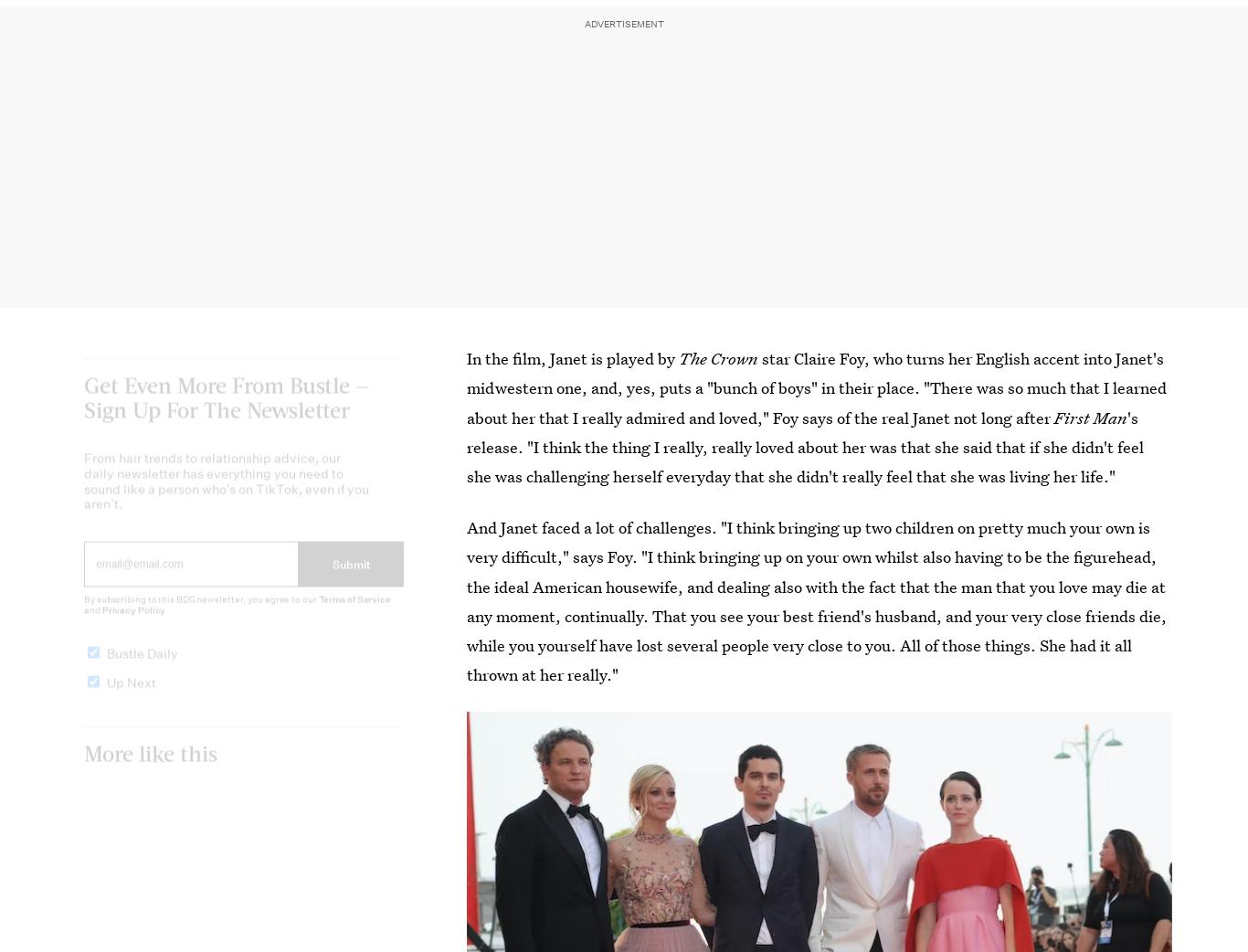  I want to click on 'star Claire Foy, who turns her English accent into Janet's midwestern one, and, yes, puts a "bunch of boys" in their place. "There was so much that I learned about her that I really admired and loved," Foy says of the real Janet not long after', so click(467, 386).